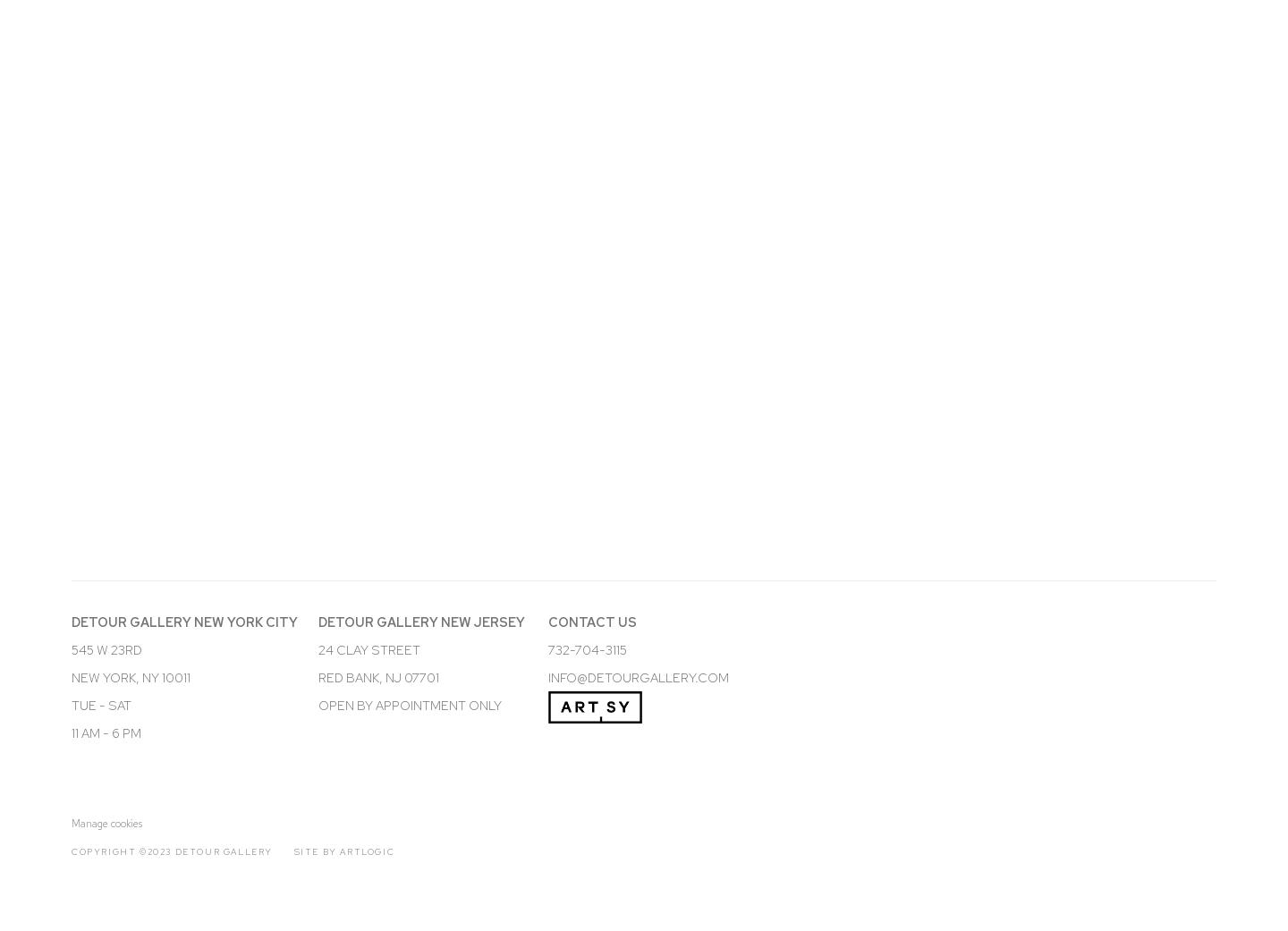 This screenshot has width=1288, height=931. I want to click on '24 CLAY STREET', so click(368, 647).